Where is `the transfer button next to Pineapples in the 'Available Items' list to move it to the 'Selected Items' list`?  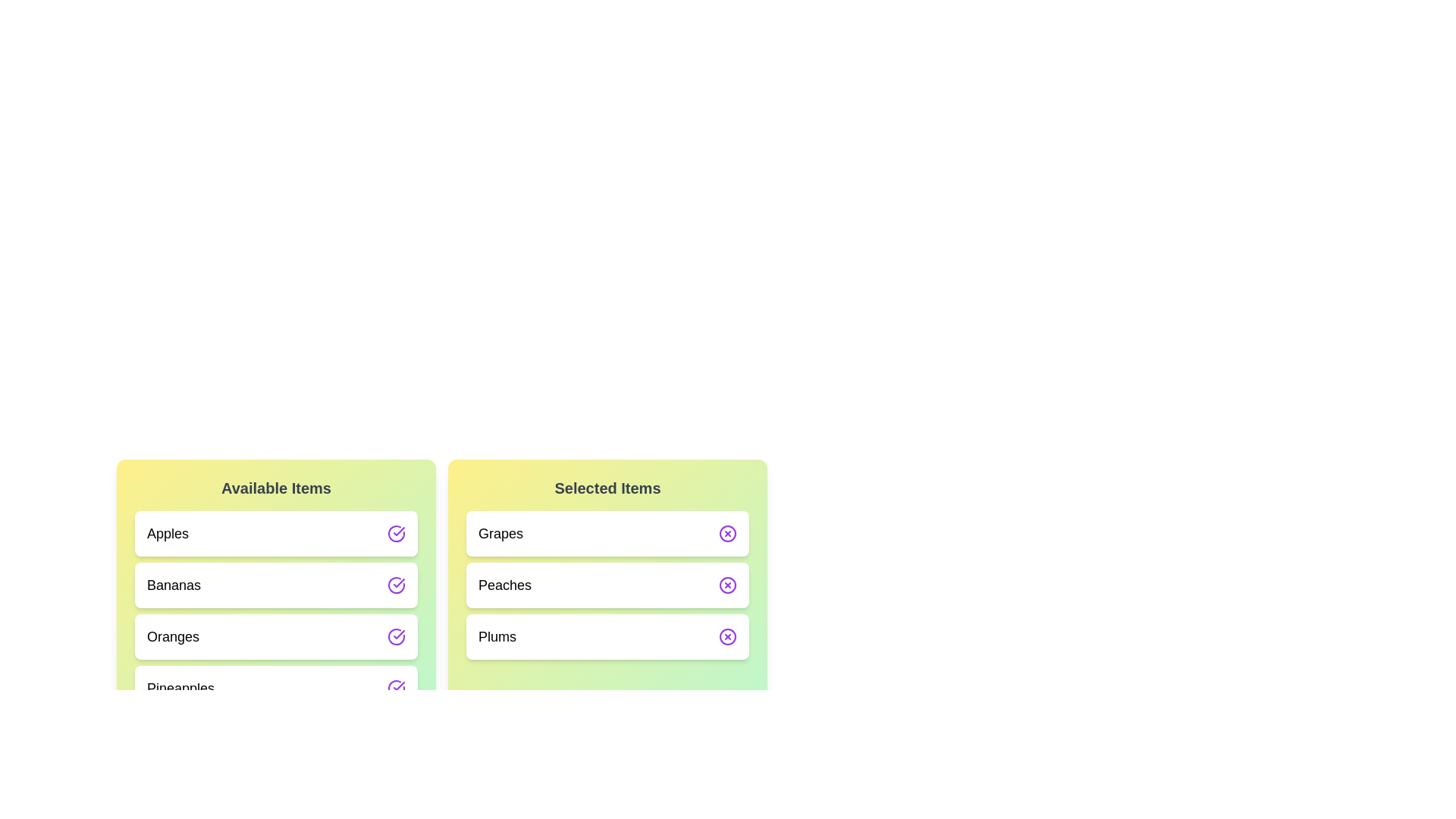
the transfer button next to Pineapples in the 'Available Items' list to move it to the 'Selected Items' list is located at coordinates (397, 688).